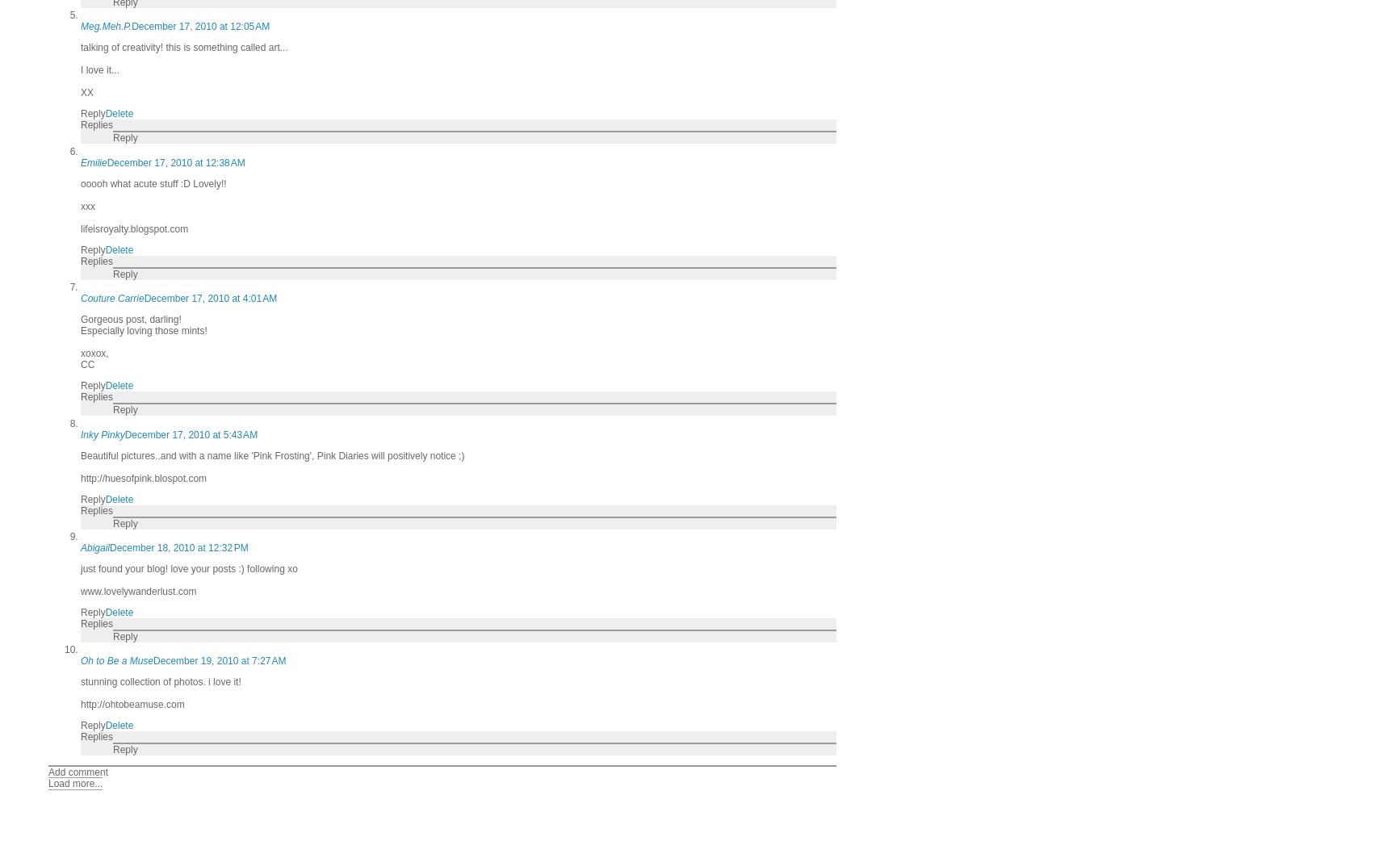 The image size is (1400, 858). Describe the element at coordinates (88, 206) in the screenshot. I see `'xxx'` at that location.